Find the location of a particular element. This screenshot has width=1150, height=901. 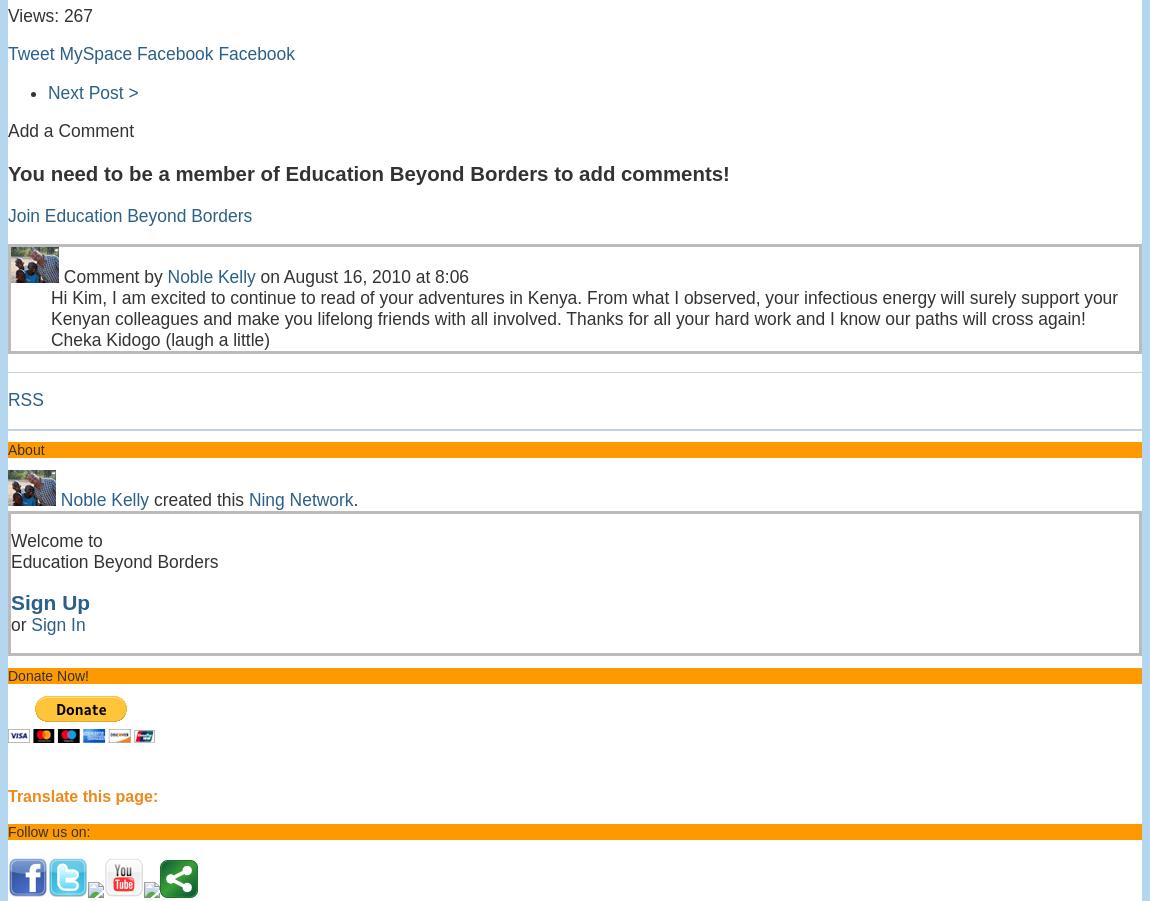

'Sign In' is located at coordinates (56, 623).